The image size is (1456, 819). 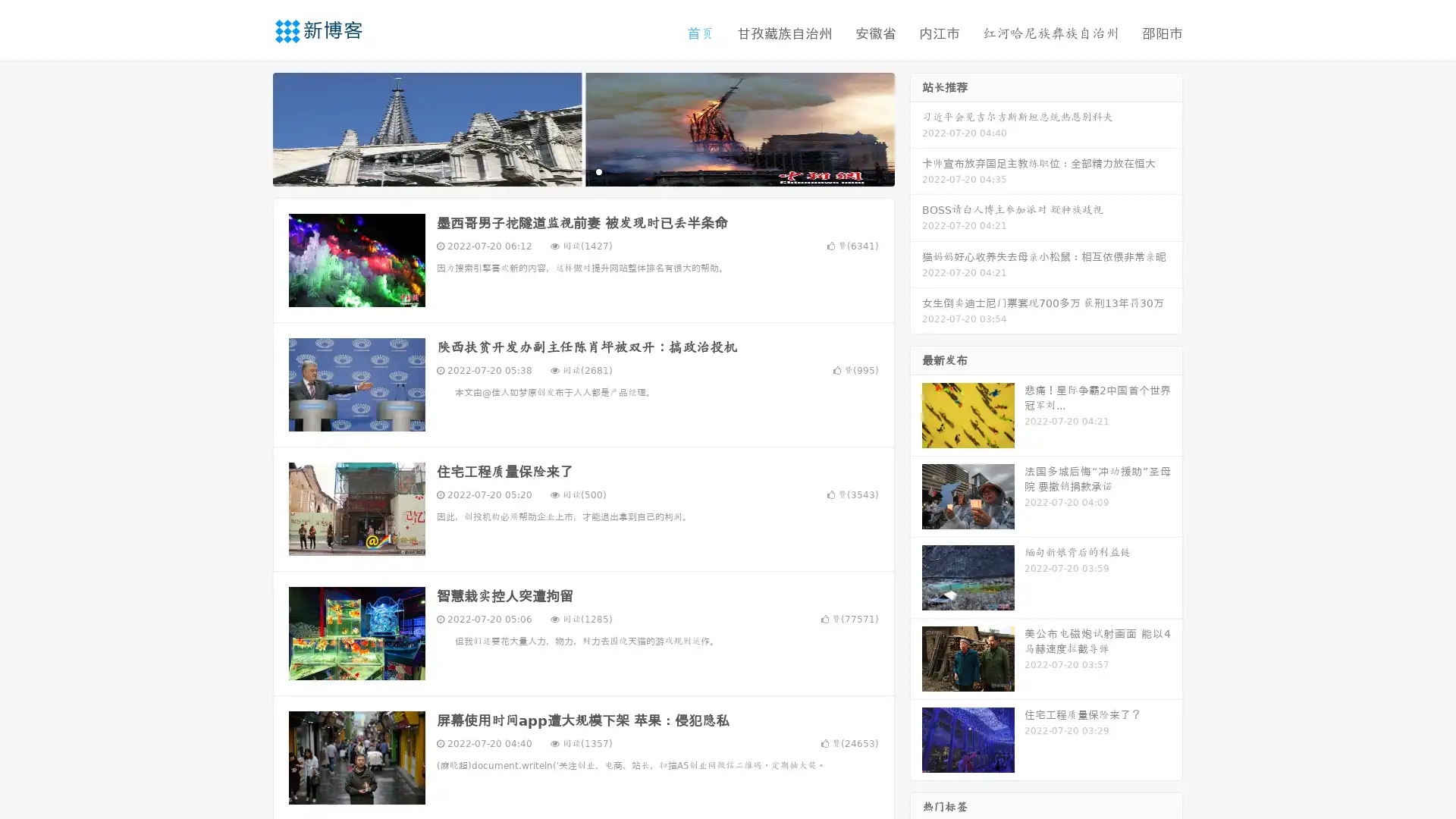 I want to click on Go to slide 3, so click(x=598, y=171).